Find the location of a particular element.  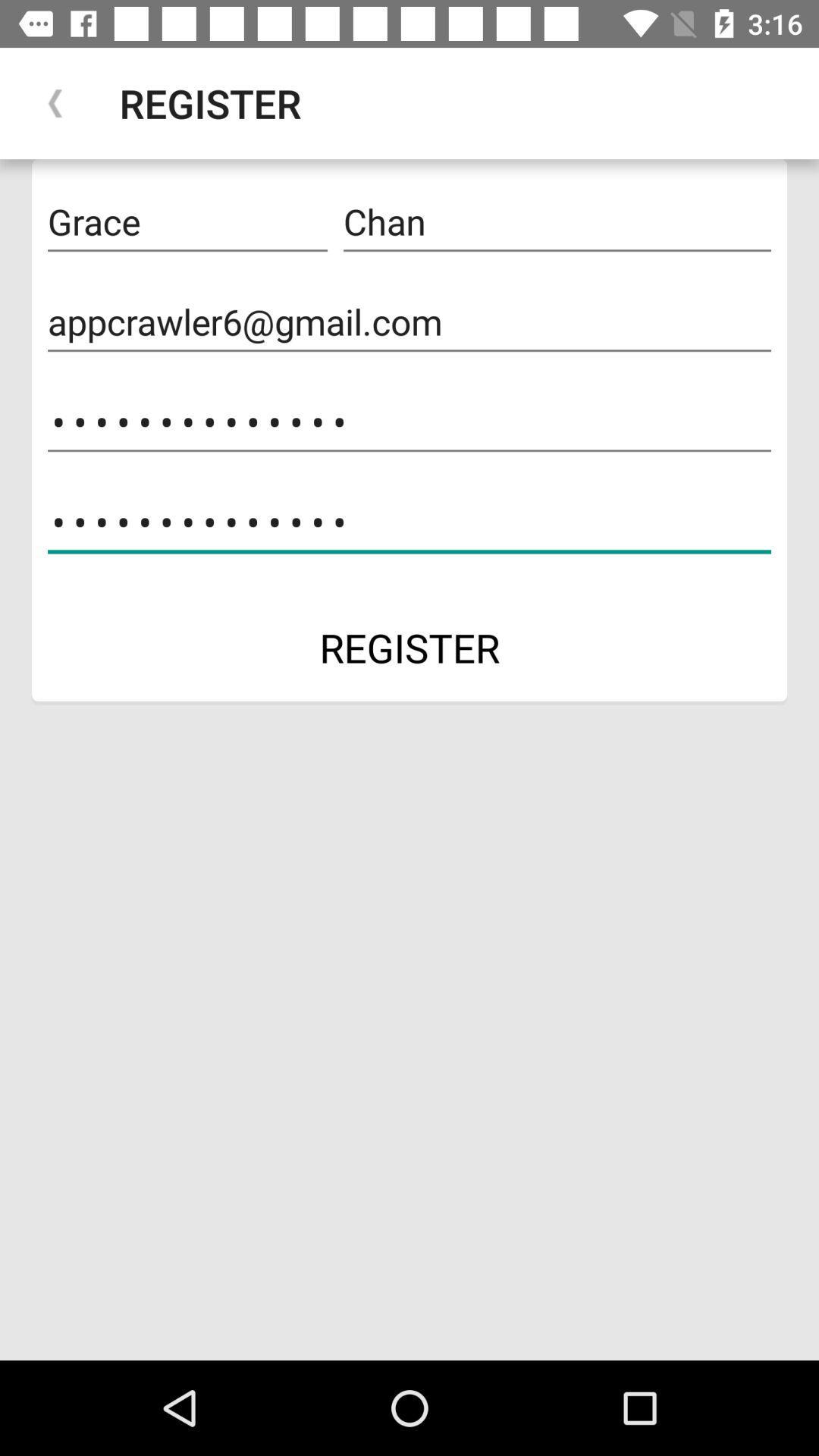

the appcrawler6@gmail.com item is located at coordinates (409, 322).